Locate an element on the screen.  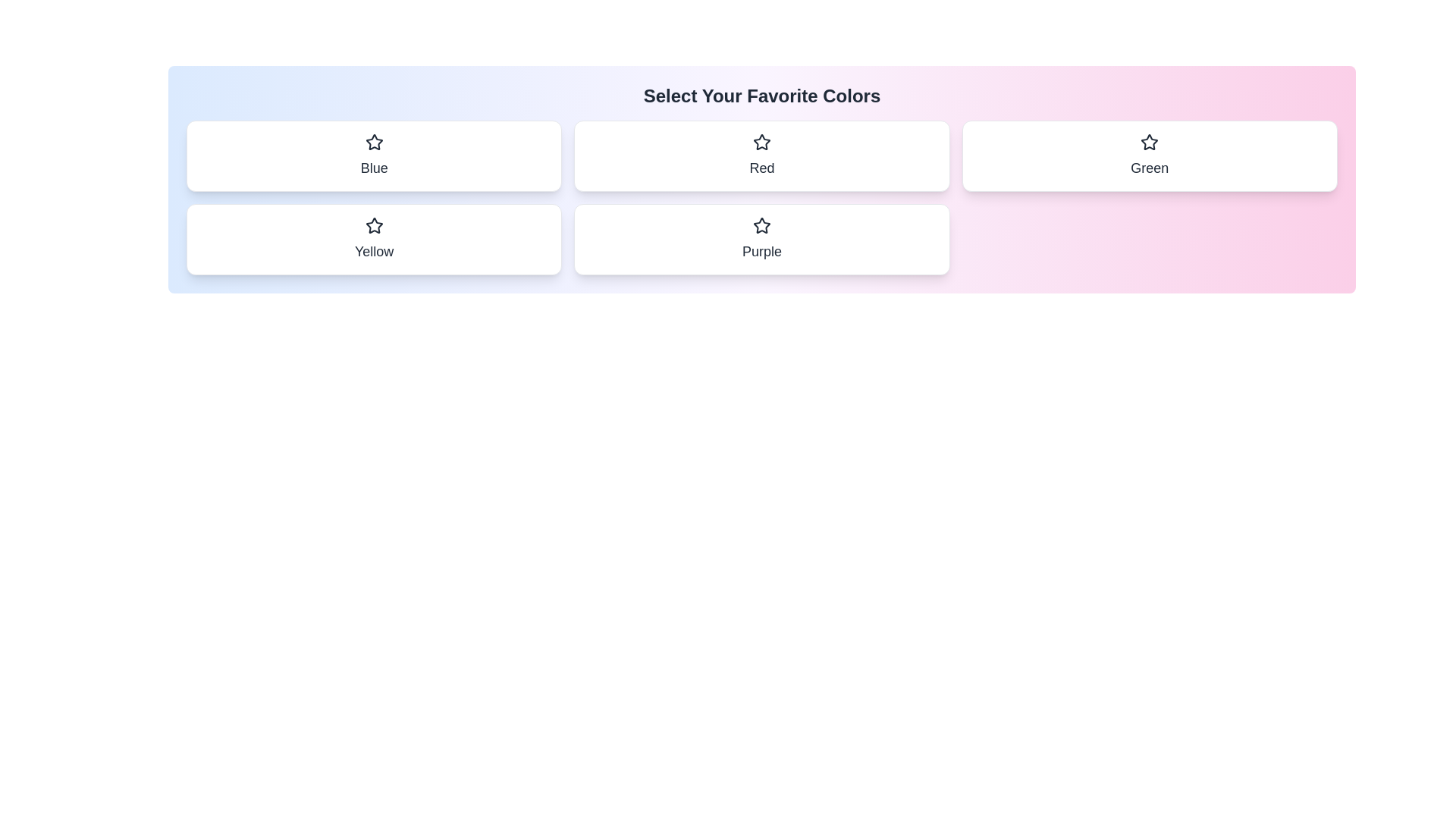
the color chip Blue is located at coordinates (374, 155).